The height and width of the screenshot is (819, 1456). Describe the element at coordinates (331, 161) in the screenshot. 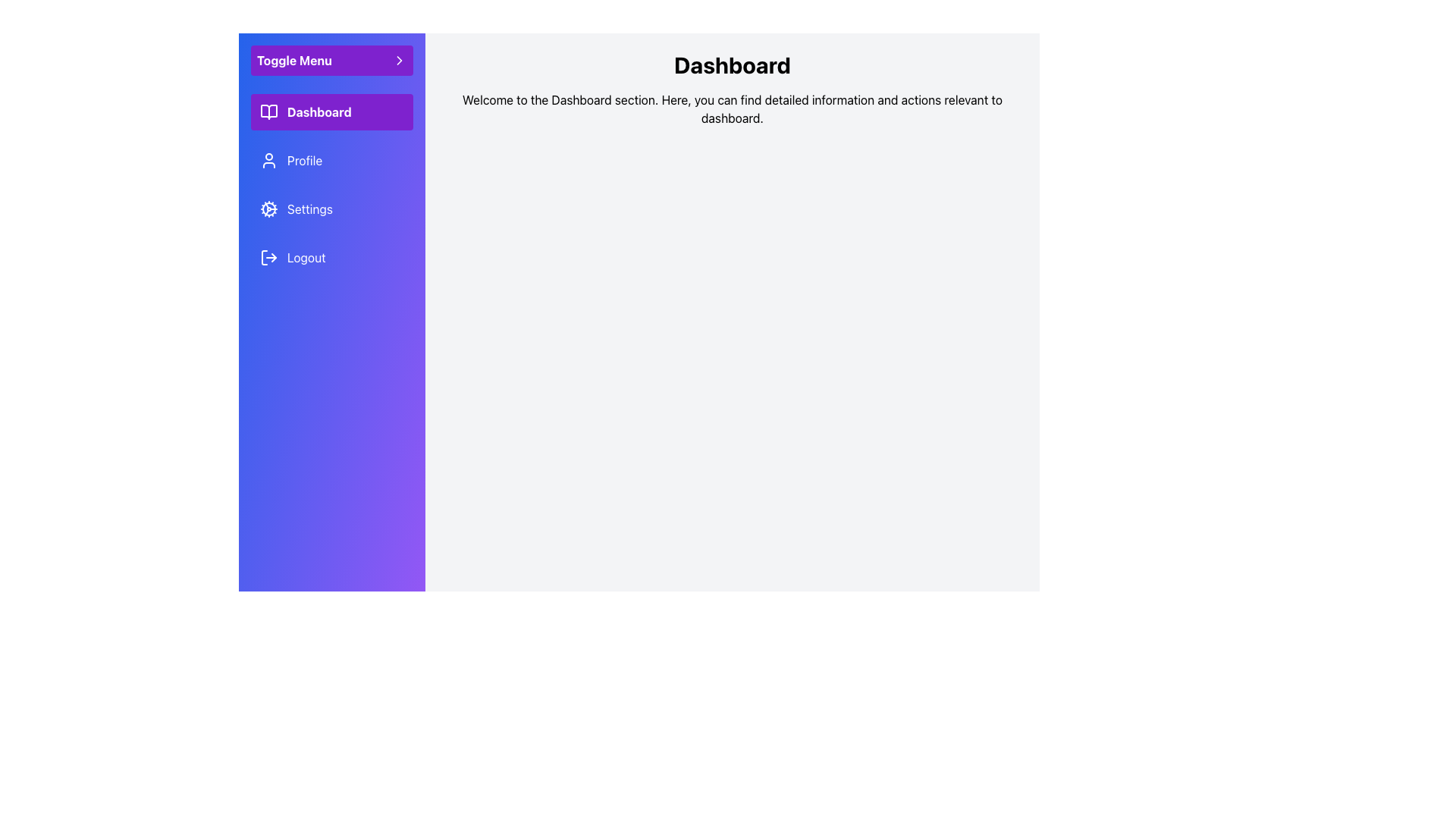

I see `the 'Profile' navigation menu item, which is the second item in the vertical sidebar list` at that location.